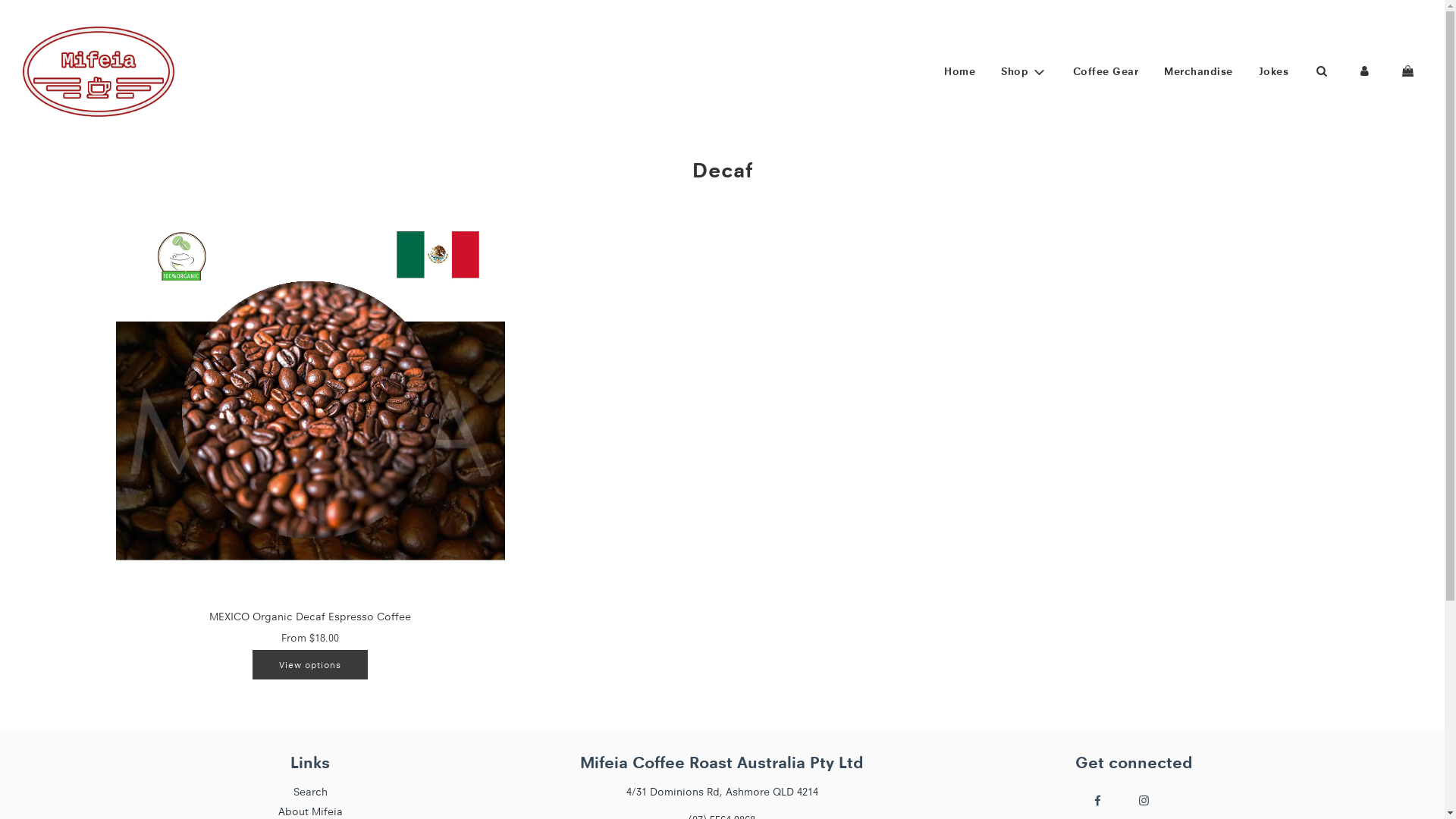  Describe the element at coordinates (278, 810) in the screenshot. I see `'About Mifeia'` at that location.